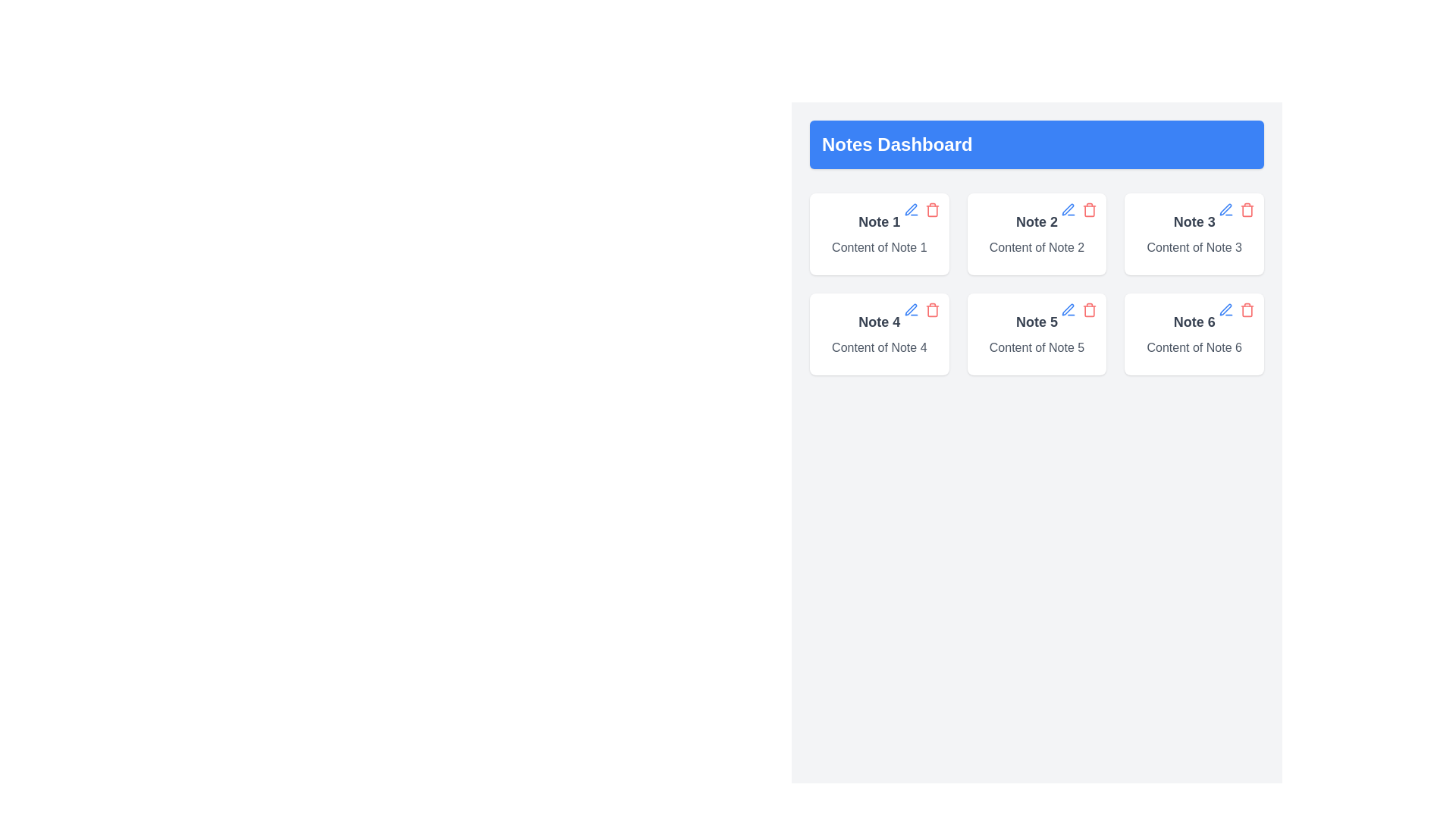 The width and height of the screenshot is (1456, 819). Describe the element at coordinates (1036, 321) in the screenshot. I see `the Text label of the third note card` at that location.